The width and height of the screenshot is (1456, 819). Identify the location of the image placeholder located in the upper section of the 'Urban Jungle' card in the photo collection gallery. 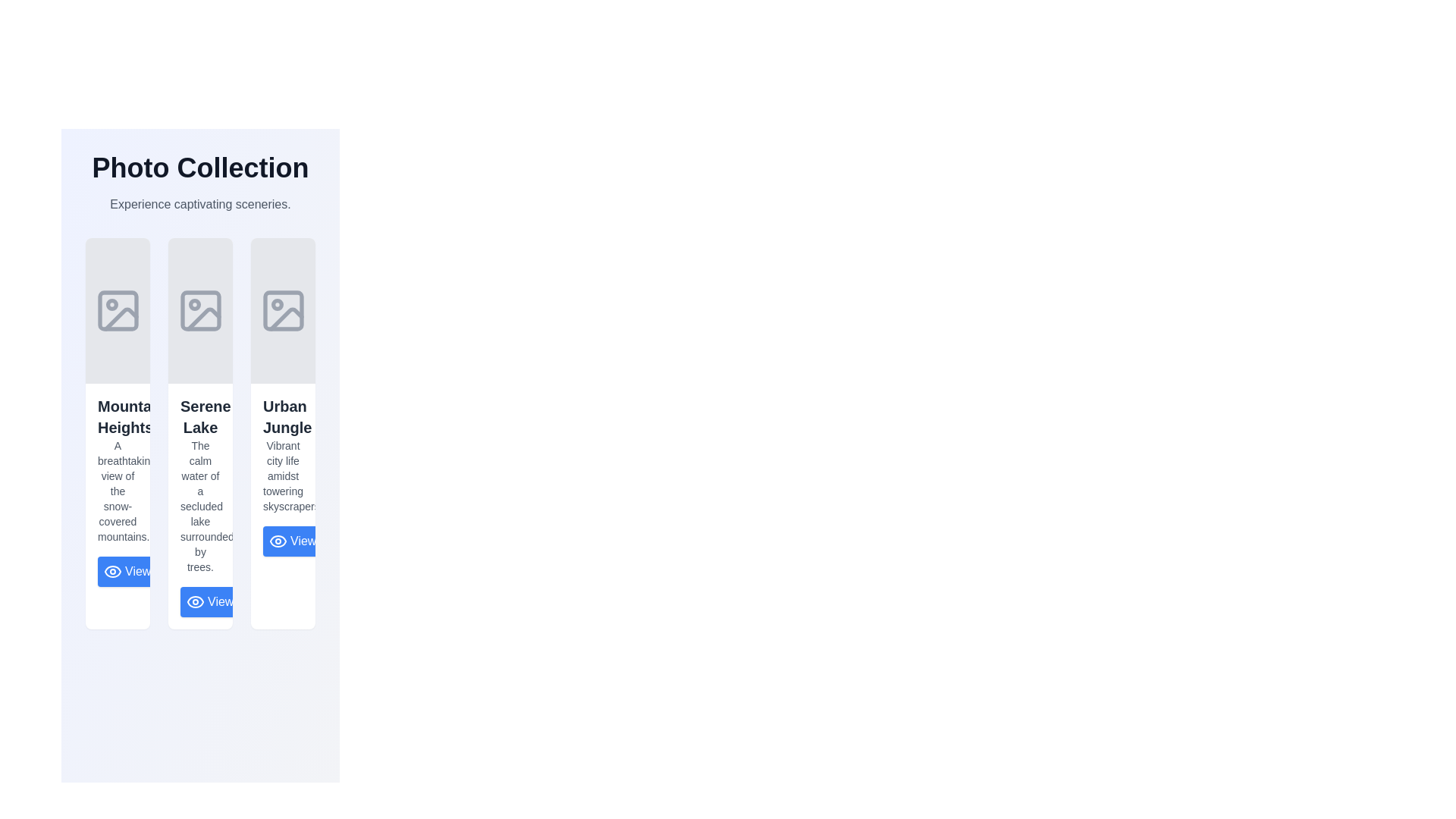
(283, 309).